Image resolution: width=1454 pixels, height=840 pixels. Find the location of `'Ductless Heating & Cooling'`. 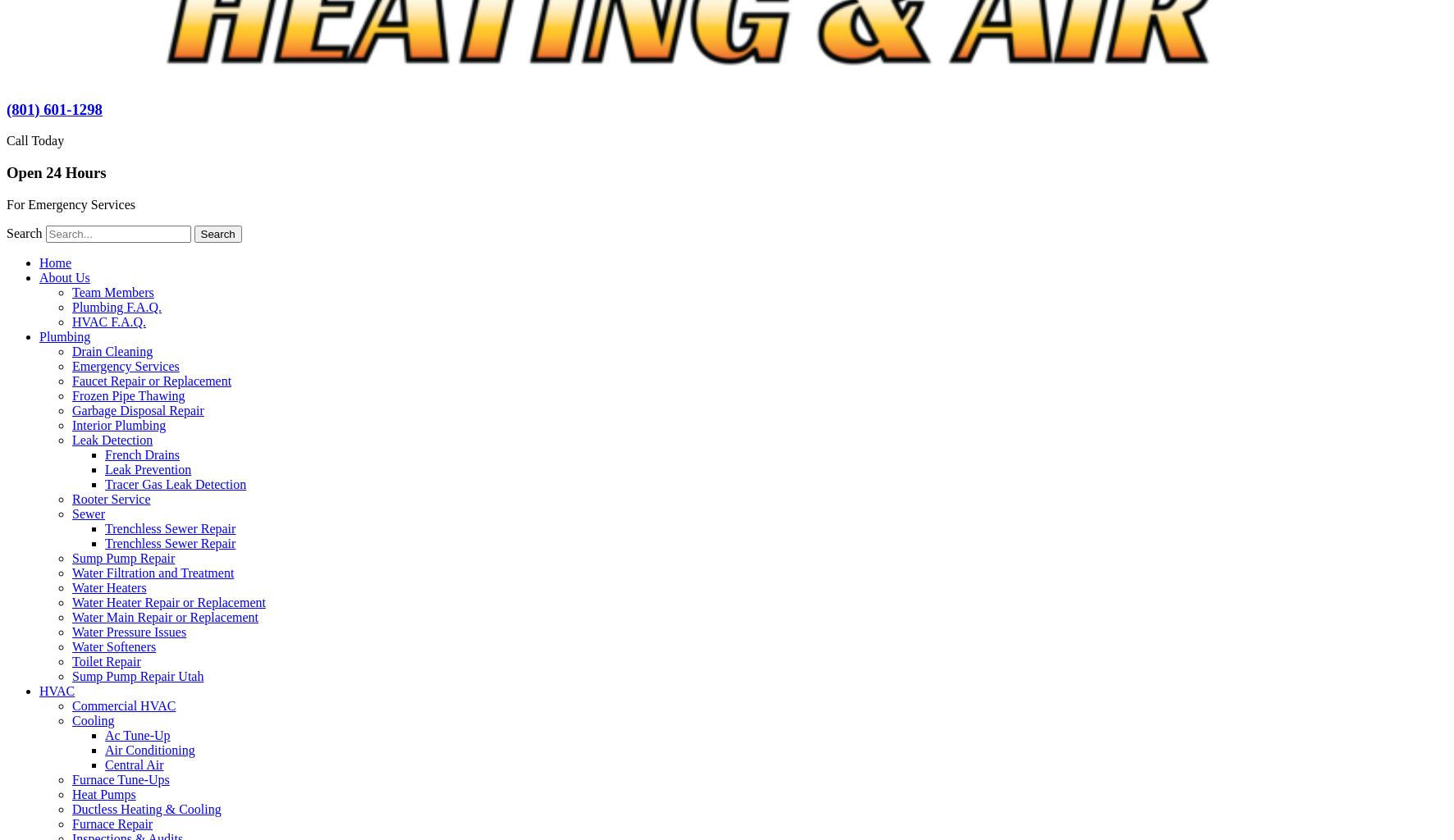

'Ductless Heating & Cooling' is located at coordinates (146, 807).